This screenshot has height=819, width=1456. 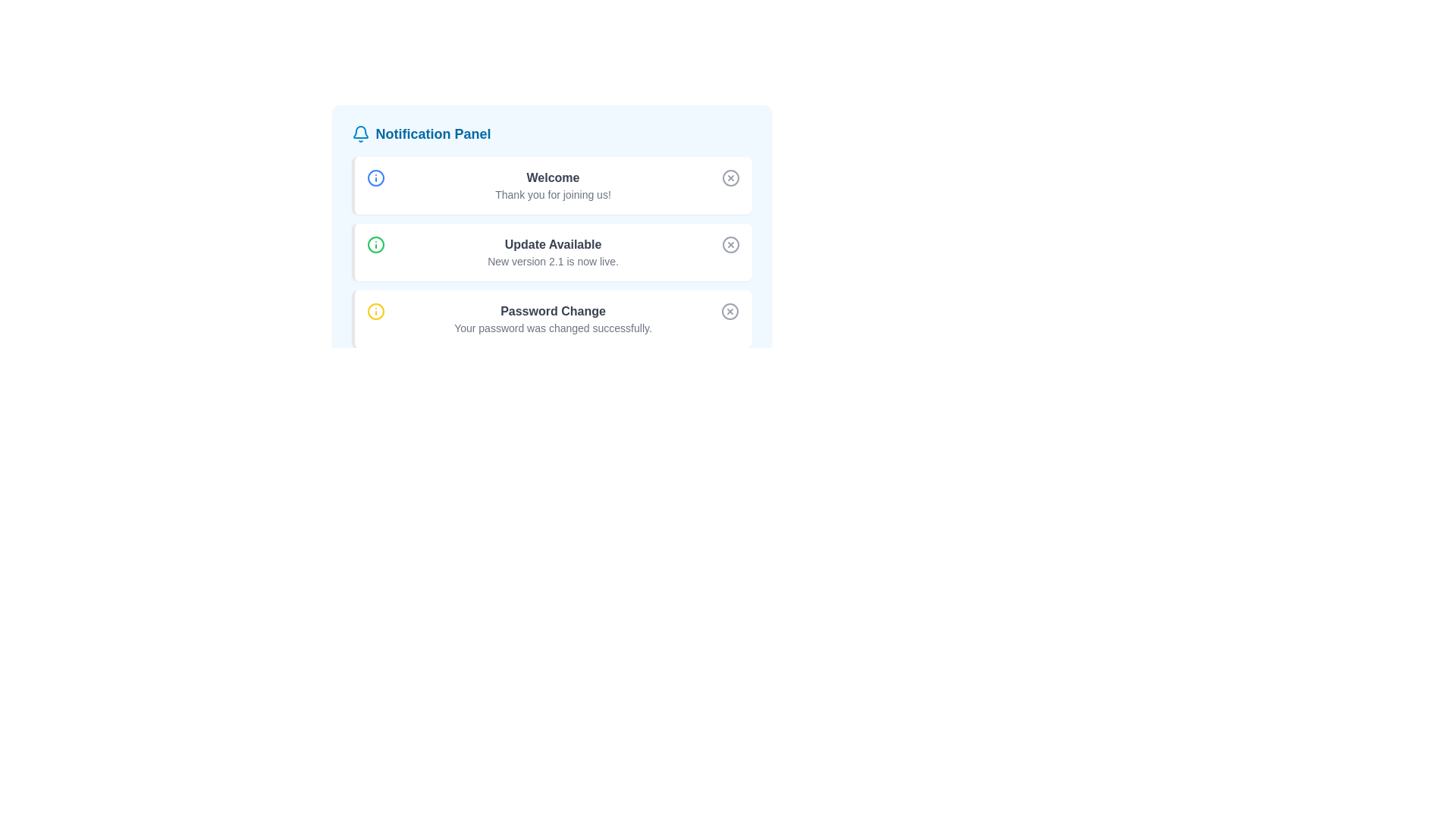 I want to click on the circular notification icon, which is the second icon in a vertical sequence of three notifications, so click(x=375, y=244).